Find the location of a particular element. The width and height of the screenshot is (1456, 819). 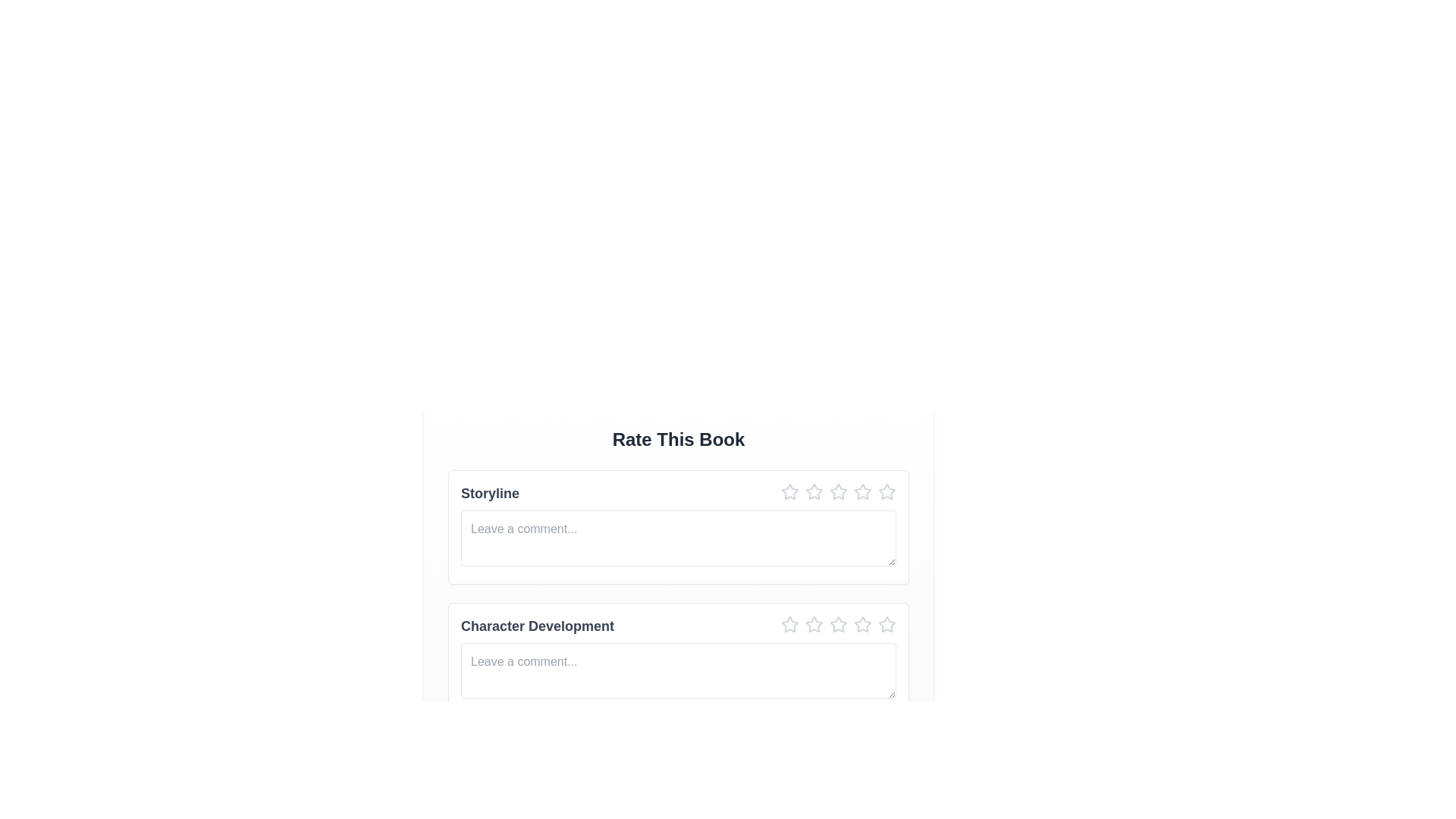

the 'Storyline' text label, which is styled in bold dark-gray and is positioned in the 'Rate This Book' interface, above the comment input box and to the left of the star rating component is located at coordinates (490, 494).